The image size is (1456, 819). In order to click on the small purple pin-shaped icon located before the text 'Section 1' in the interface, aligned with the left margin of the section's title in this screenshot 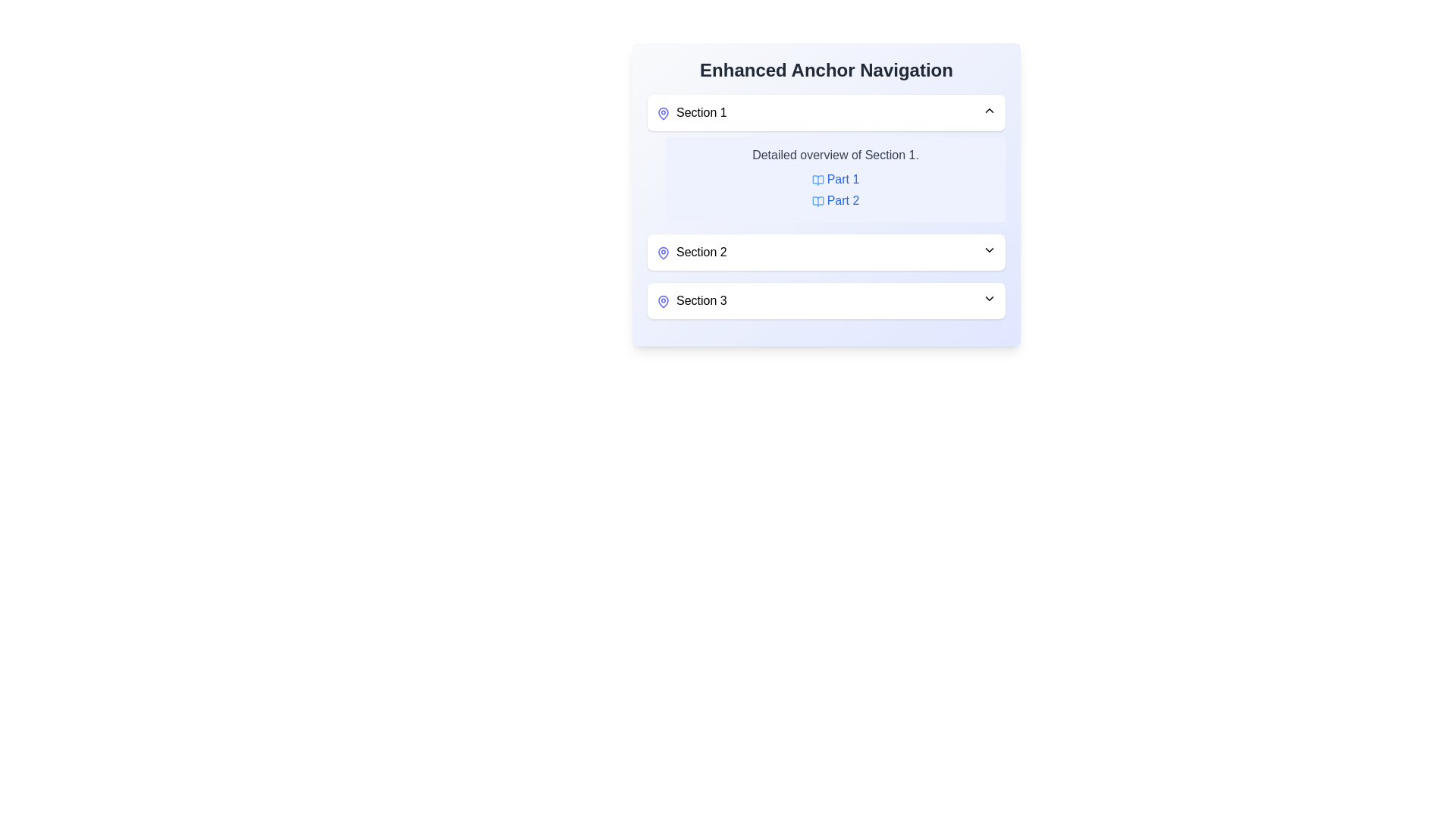, I will do `click(663, 112)`.